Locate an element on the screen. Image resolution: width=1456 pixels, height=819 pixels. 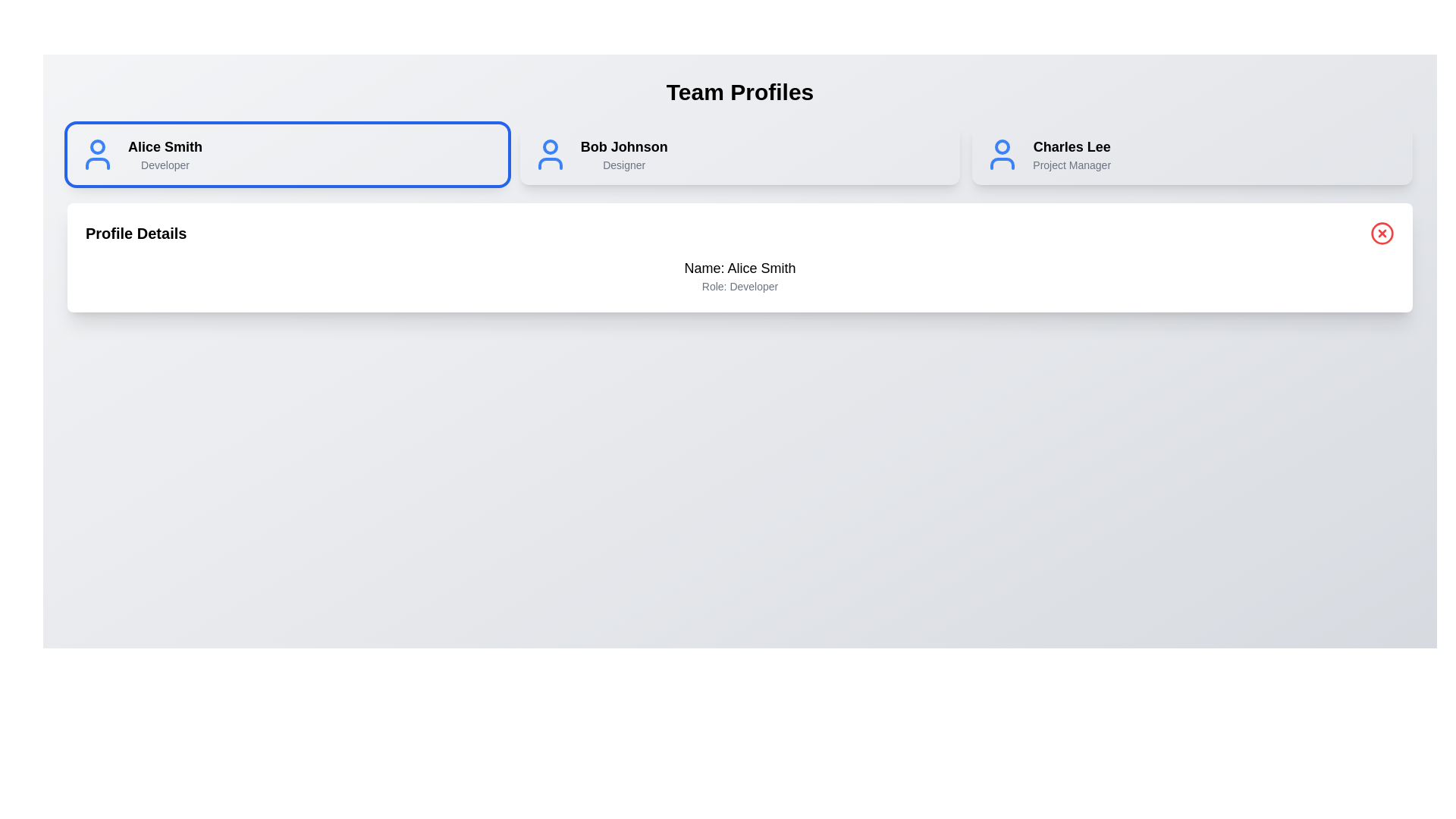
text label displaying 'Name: Alice Smith' which is positioned below 'Profile Details' and above 'Role: Developer' is located at coordinates (739, 268).